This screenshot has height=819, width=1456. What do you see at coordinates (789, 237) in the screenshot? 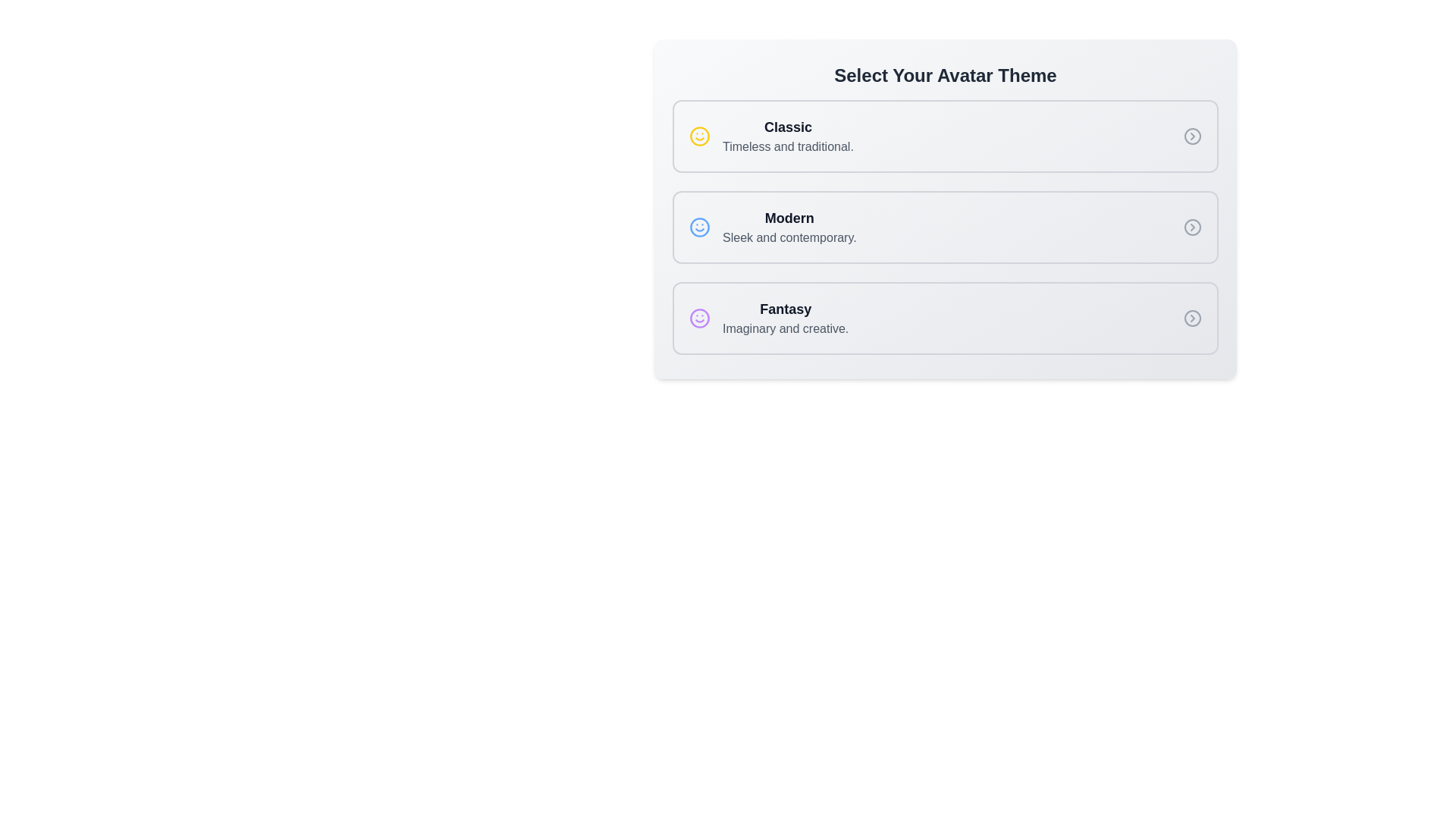
I see `the descriptive text label that provides details about the 'Modern' theme option, located beneath the 'Modern' label and to the right of the blue smiley face icon` at bounding box center [789, 237].